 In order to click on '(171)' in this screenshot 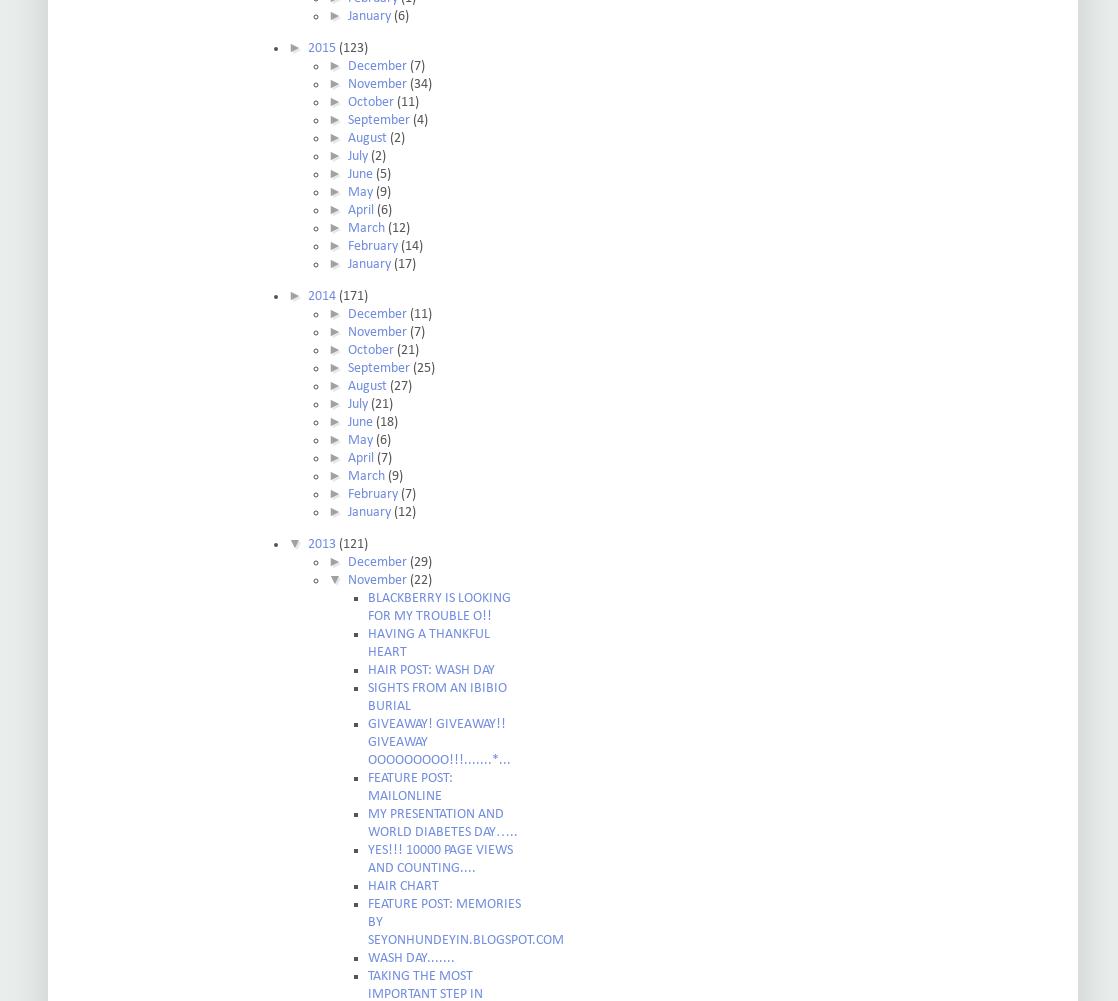, I will do `click(351, 296)`.